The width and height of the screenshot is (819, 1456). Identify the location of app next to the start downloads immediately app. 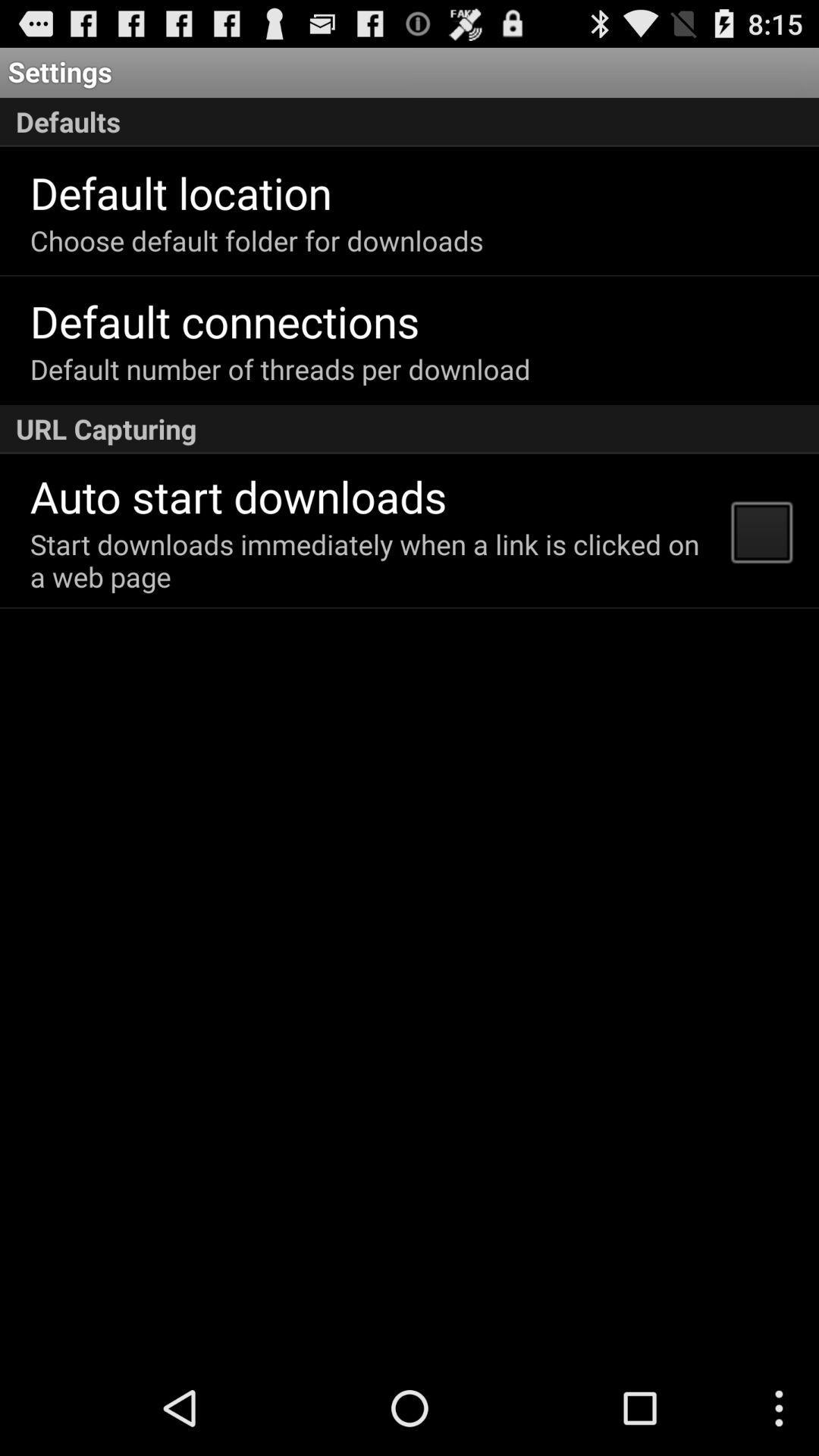
(761, 531).